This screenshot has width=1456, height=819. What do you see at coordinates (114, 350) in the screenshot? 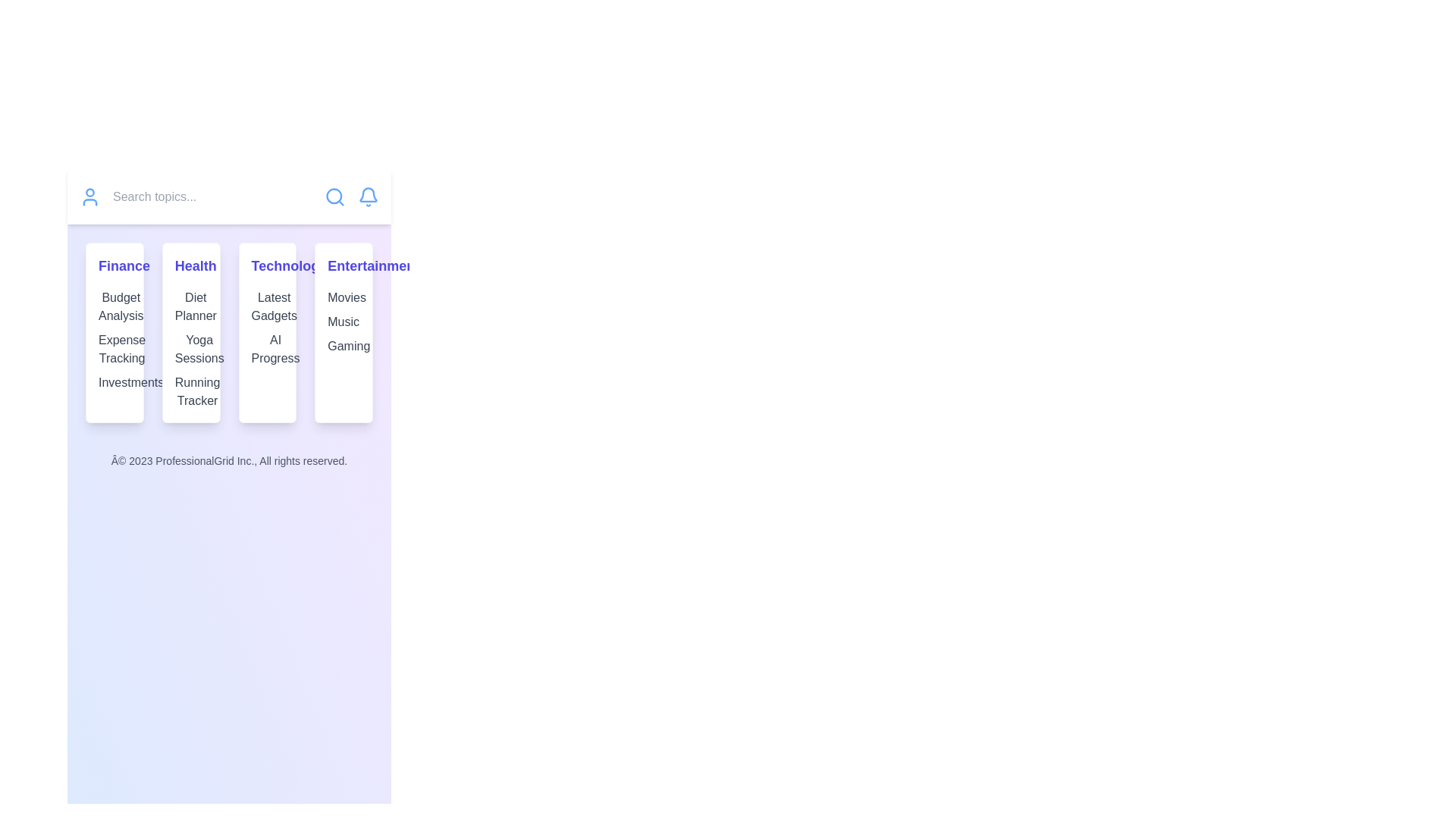
I see `'Expense Tracking' label, which is the second item in the vertical list under the 'Finance' section, displayed in gray` at bounding box center [114, 350].